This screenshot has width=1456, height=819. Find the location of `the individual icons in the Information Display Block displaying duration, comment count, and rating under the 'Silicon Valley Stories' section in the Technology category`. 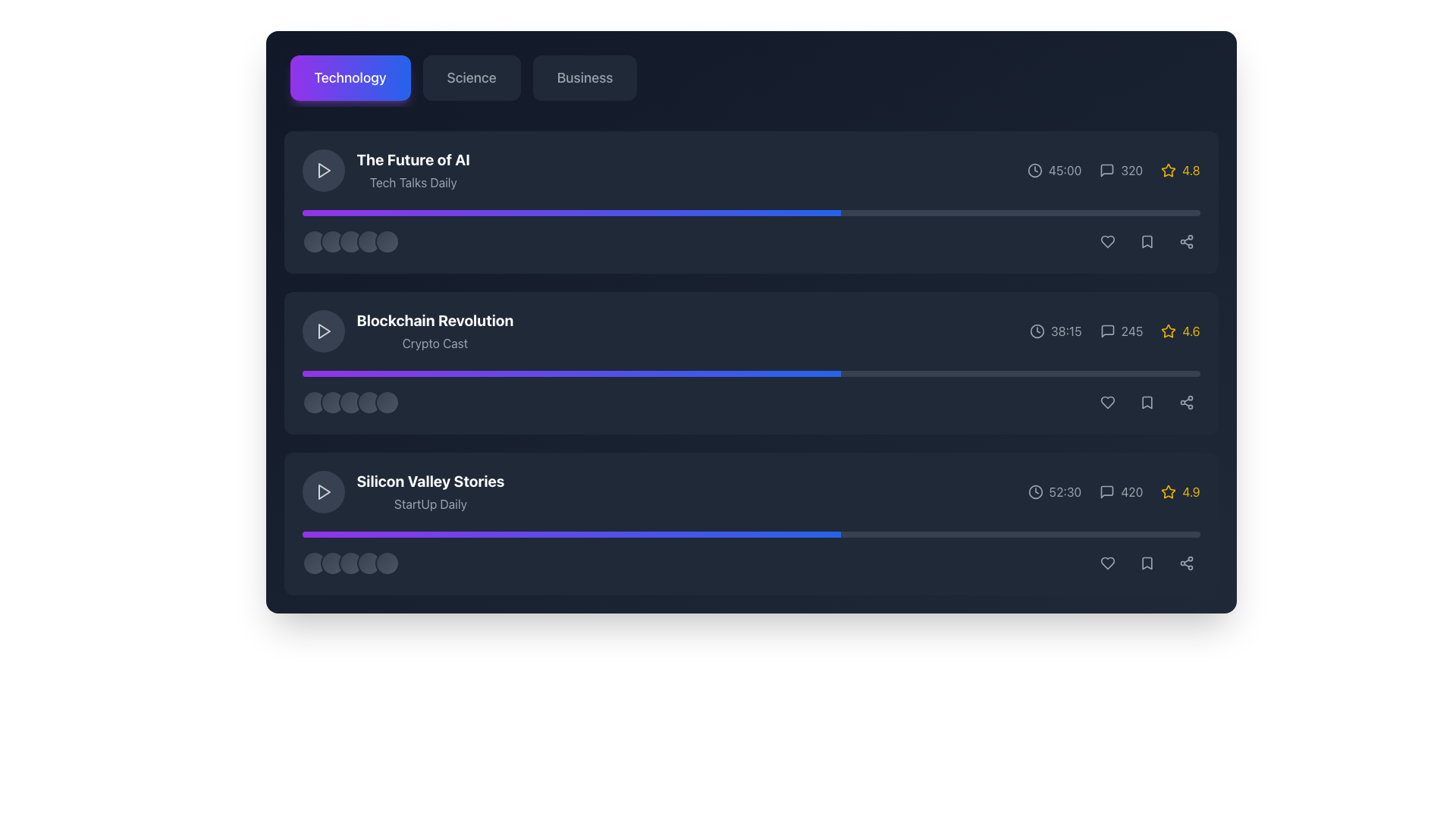

the individual icons in the Information Display Block displaying duration, comment count, and rating under the 'Silicon Valley Stories' section in the Technology category is located at coordinates (1113, 491).